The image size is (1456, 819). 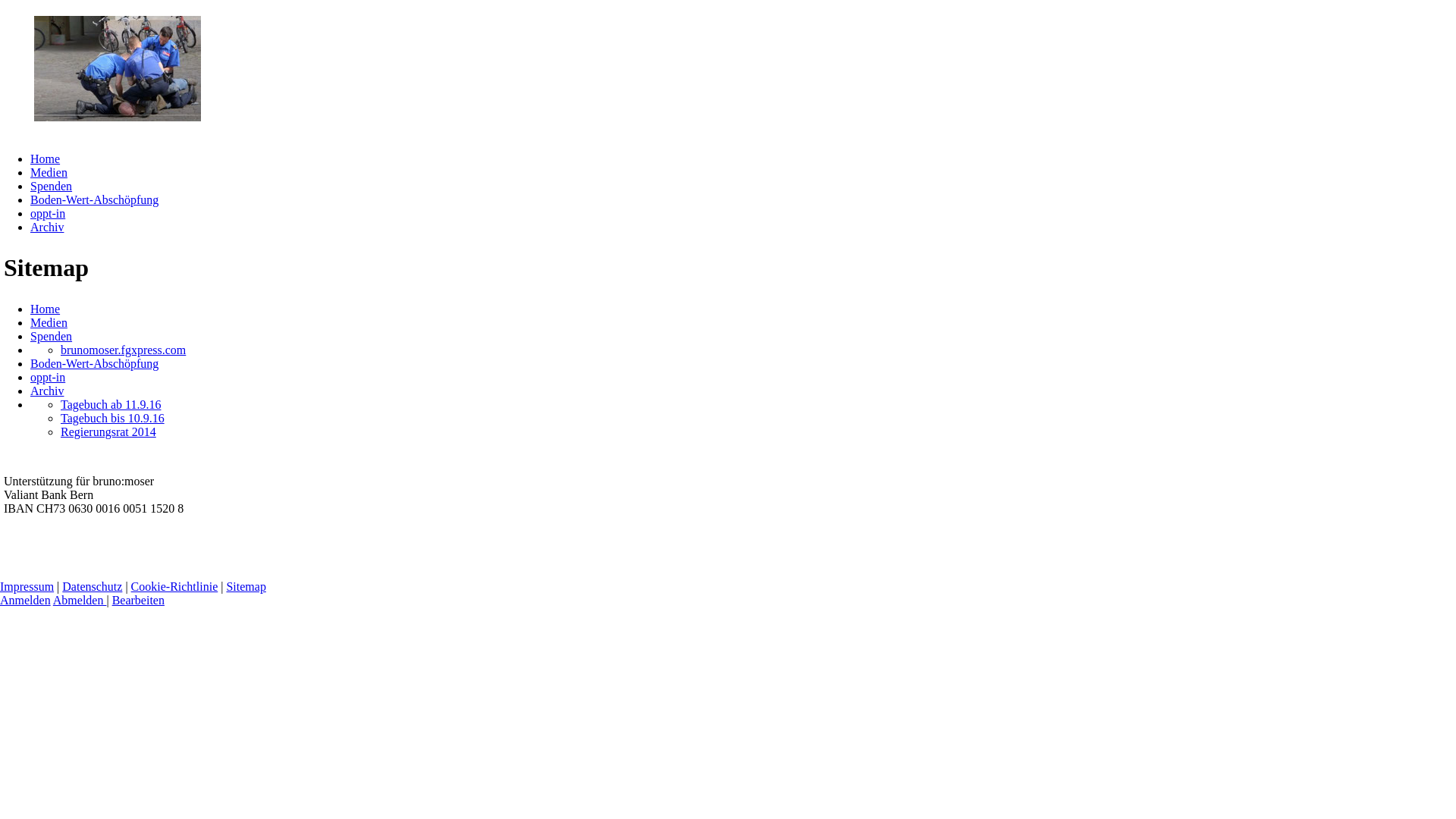 I want to click on 'oppt-in', so click(x=47, y=376).